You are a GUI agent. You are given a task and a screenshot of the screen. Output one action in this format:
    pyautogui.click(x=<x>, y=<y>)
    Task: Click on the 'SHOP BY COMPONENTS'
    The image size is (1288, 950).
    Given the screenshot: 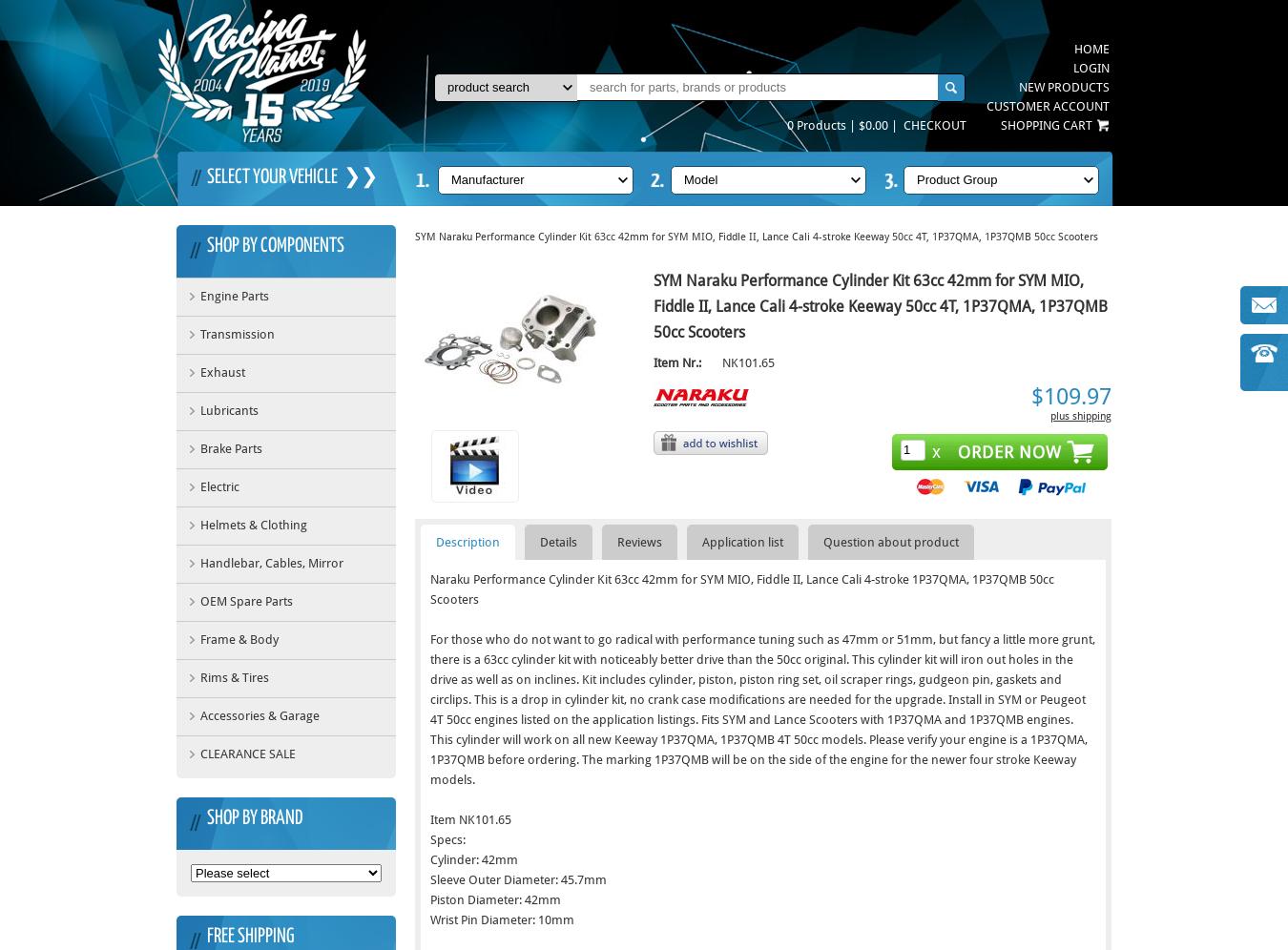 What is the action you would take?
    pyautogui.click(x=275, y=245)
    